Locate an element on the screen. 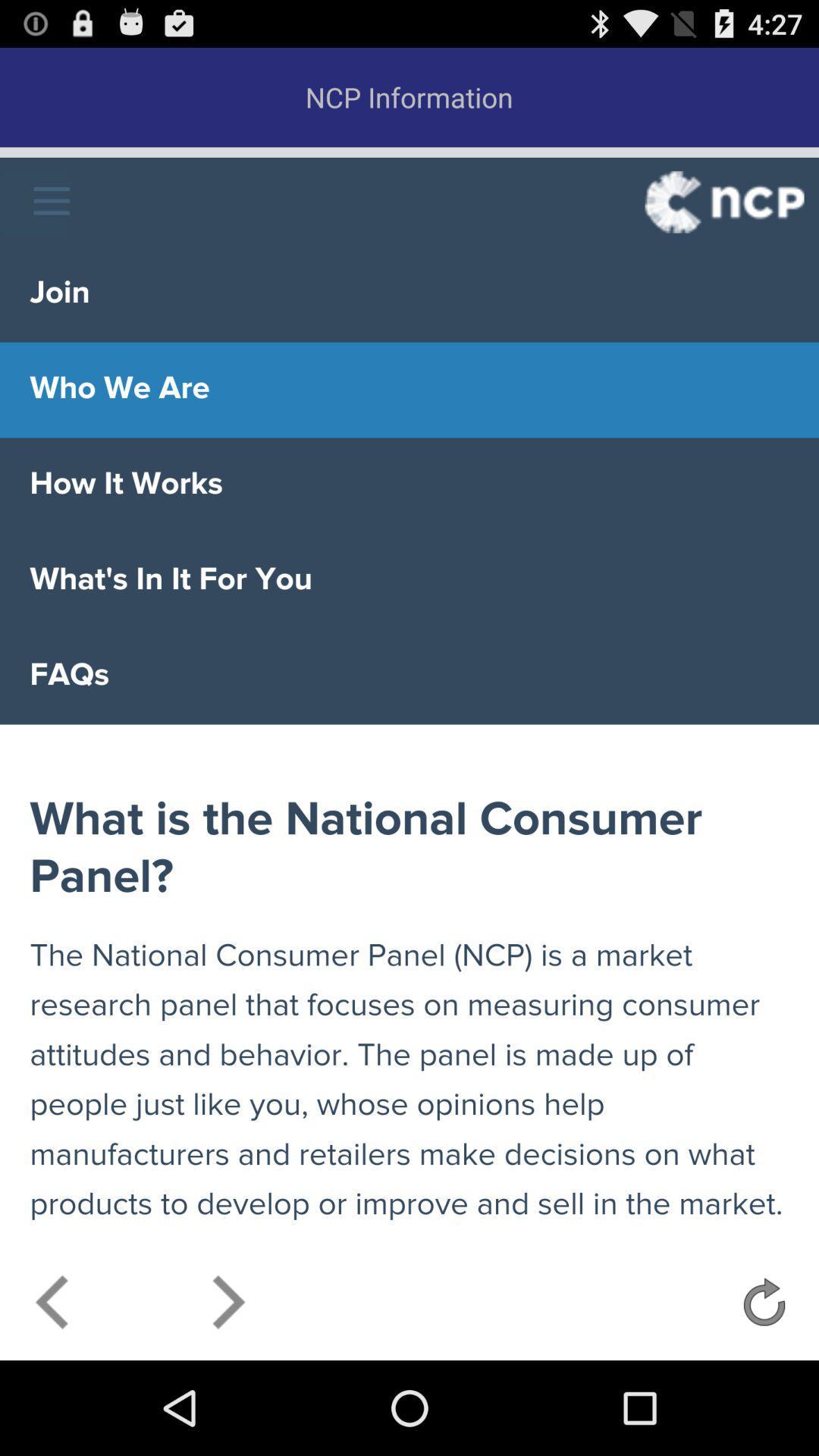 The image size is (819, 1456). back is located at coordinates (52, 1306).